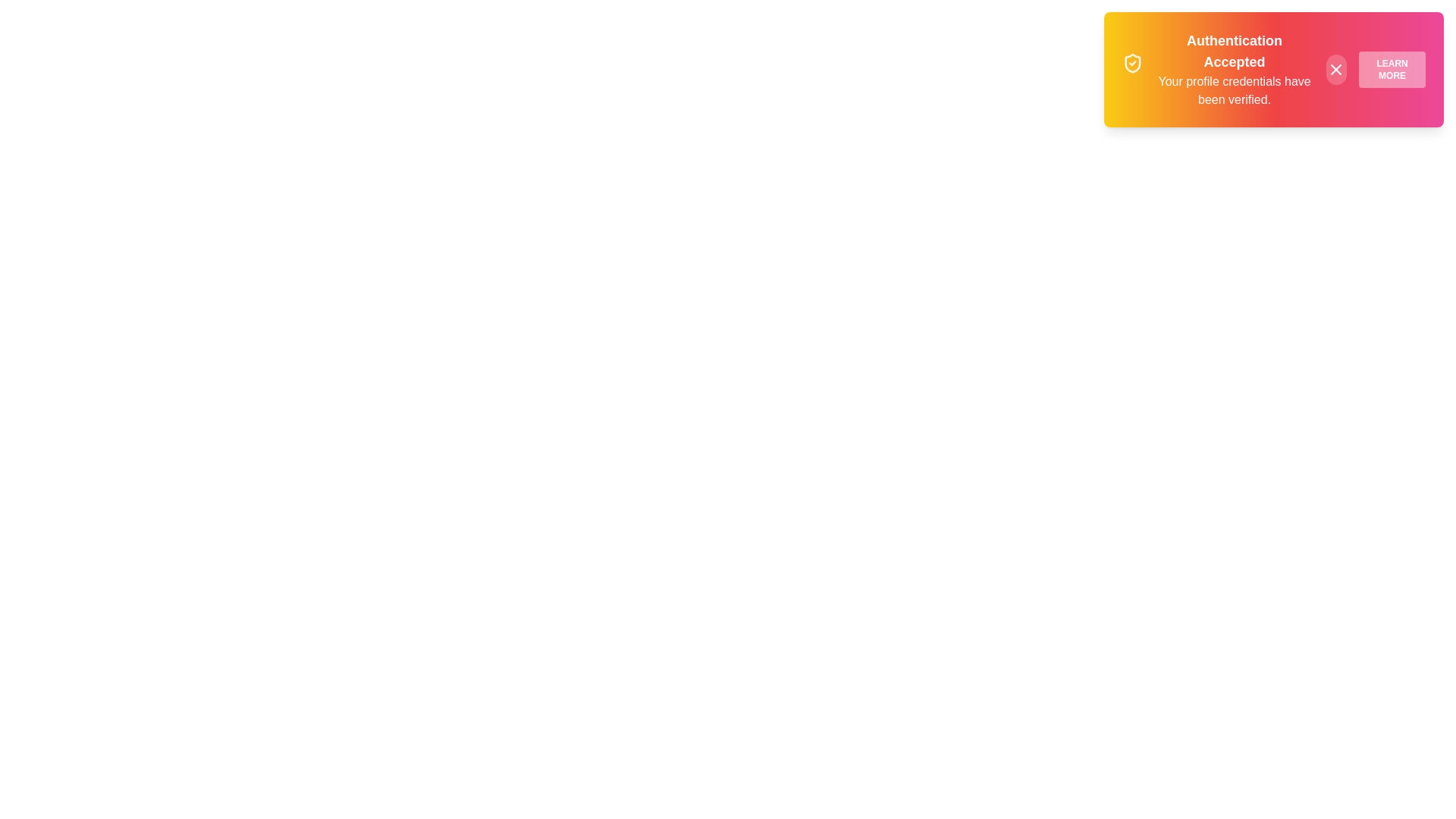  I want to click on 'Close' button to hide the notification, so click(1335, 70).